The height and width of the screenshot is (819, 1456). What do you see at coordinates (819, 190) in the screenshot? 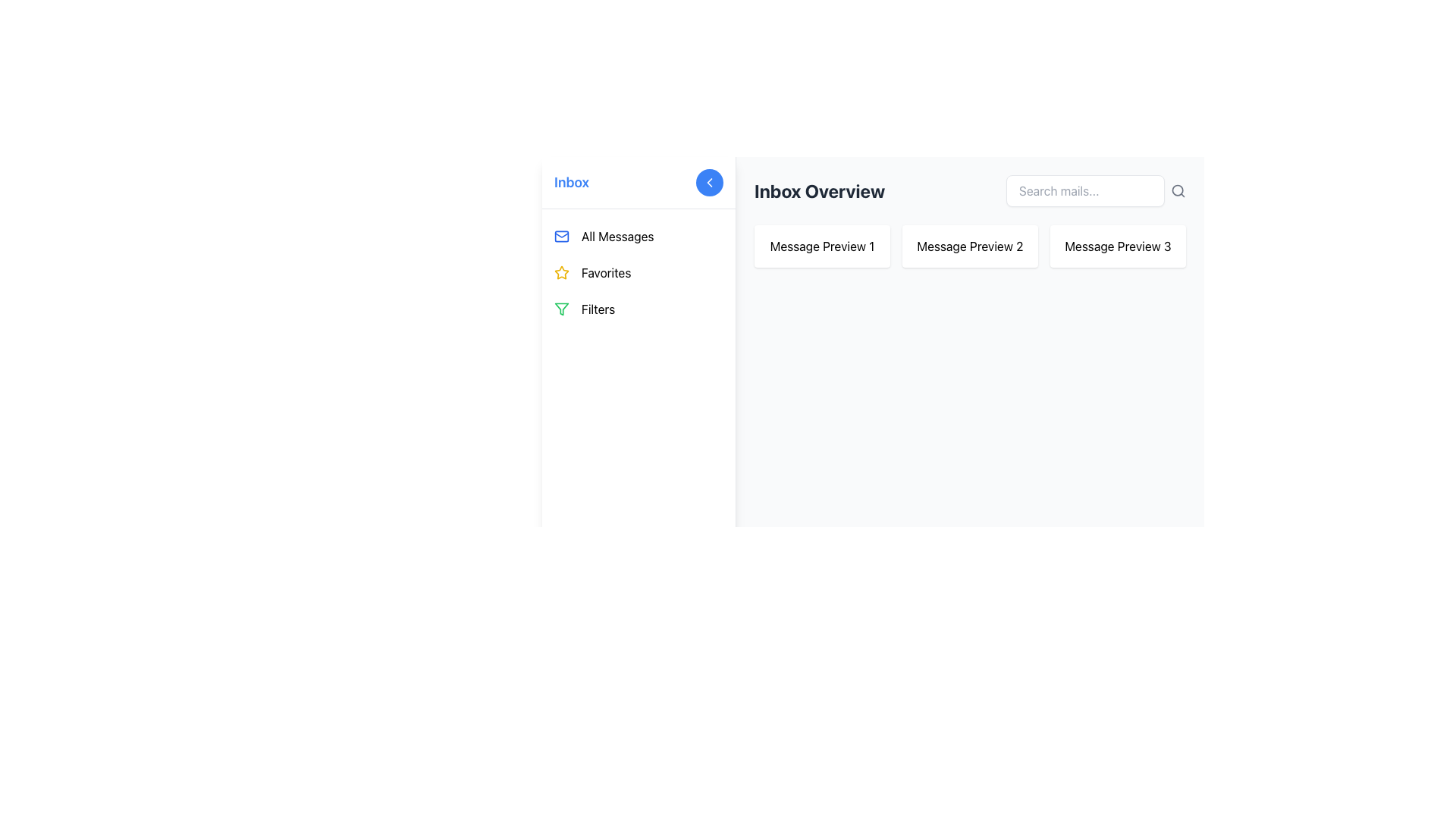
I see `text label 'Inbox Overview' which is prominently displayed in bold at the top-left of the interface, positioned to the left of the search bar` at bounding box center [819, 190].